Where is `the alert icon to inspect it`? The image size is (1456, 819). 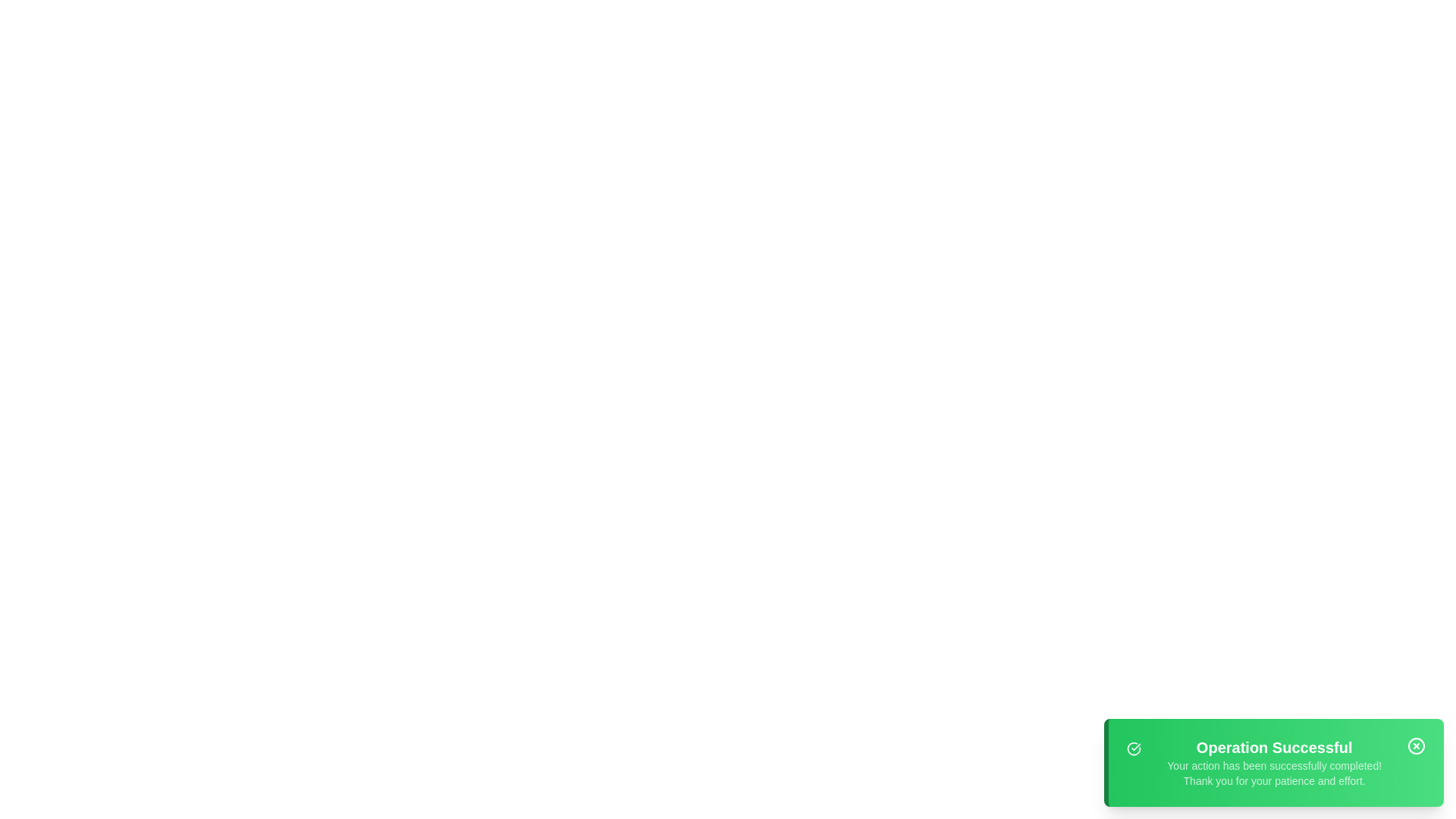
the alert icon to inspect it is located at coordinates (1134, 748).